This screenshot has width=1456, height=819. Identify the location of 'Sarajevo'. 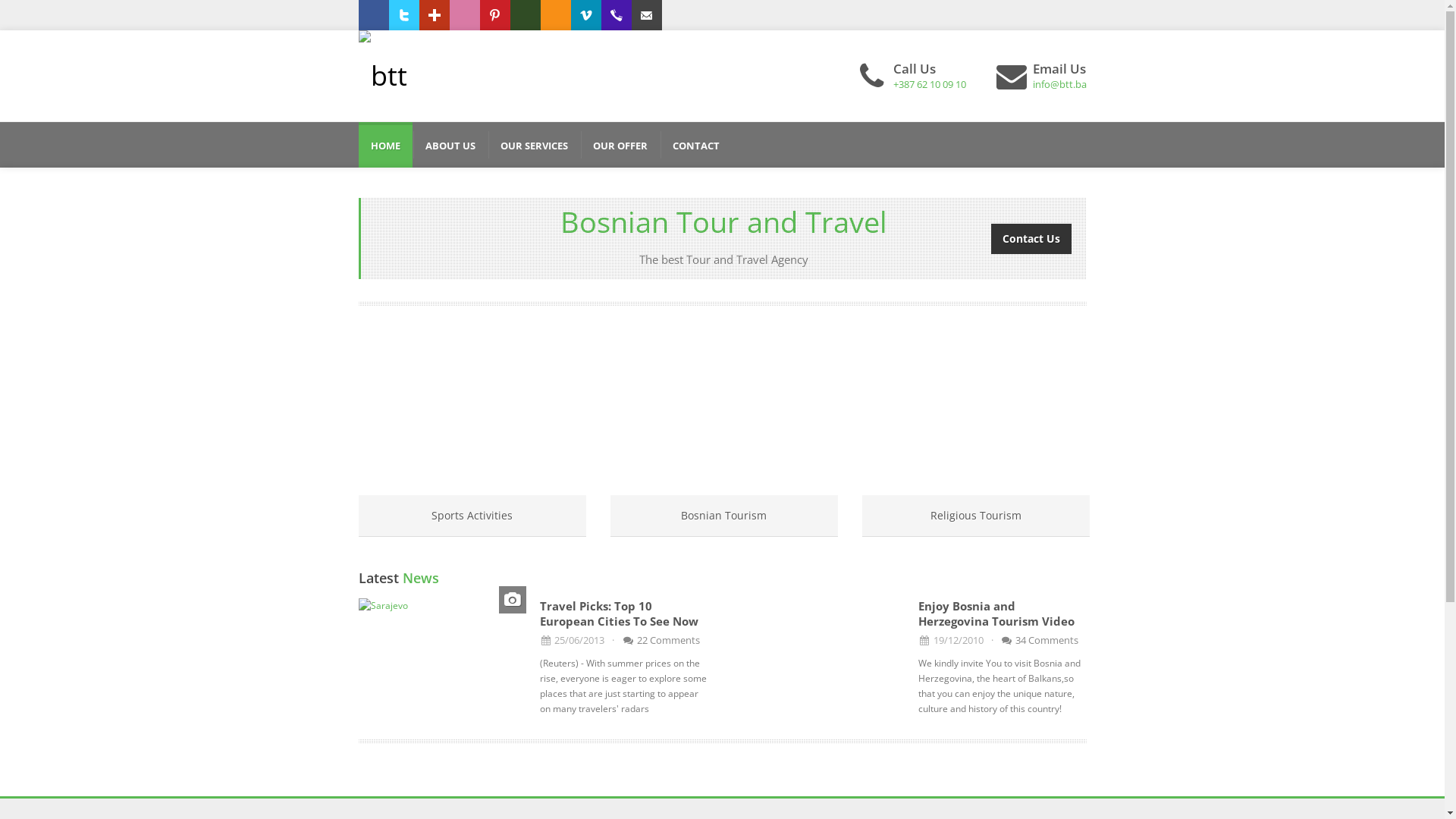
(441, 604).